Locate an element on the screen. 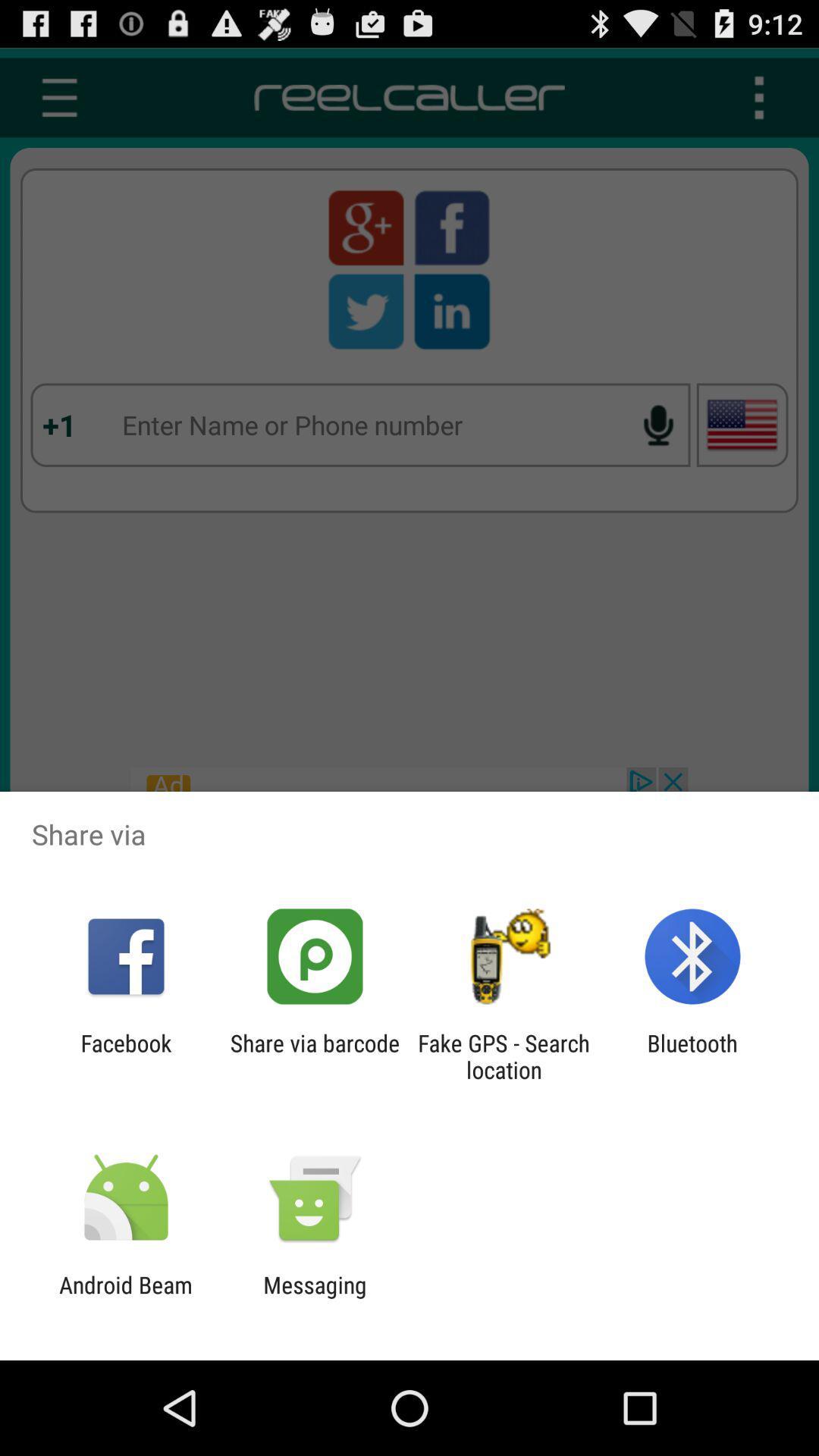  the icon to the left of bluetooth item is located at coordinates (504, 1056).